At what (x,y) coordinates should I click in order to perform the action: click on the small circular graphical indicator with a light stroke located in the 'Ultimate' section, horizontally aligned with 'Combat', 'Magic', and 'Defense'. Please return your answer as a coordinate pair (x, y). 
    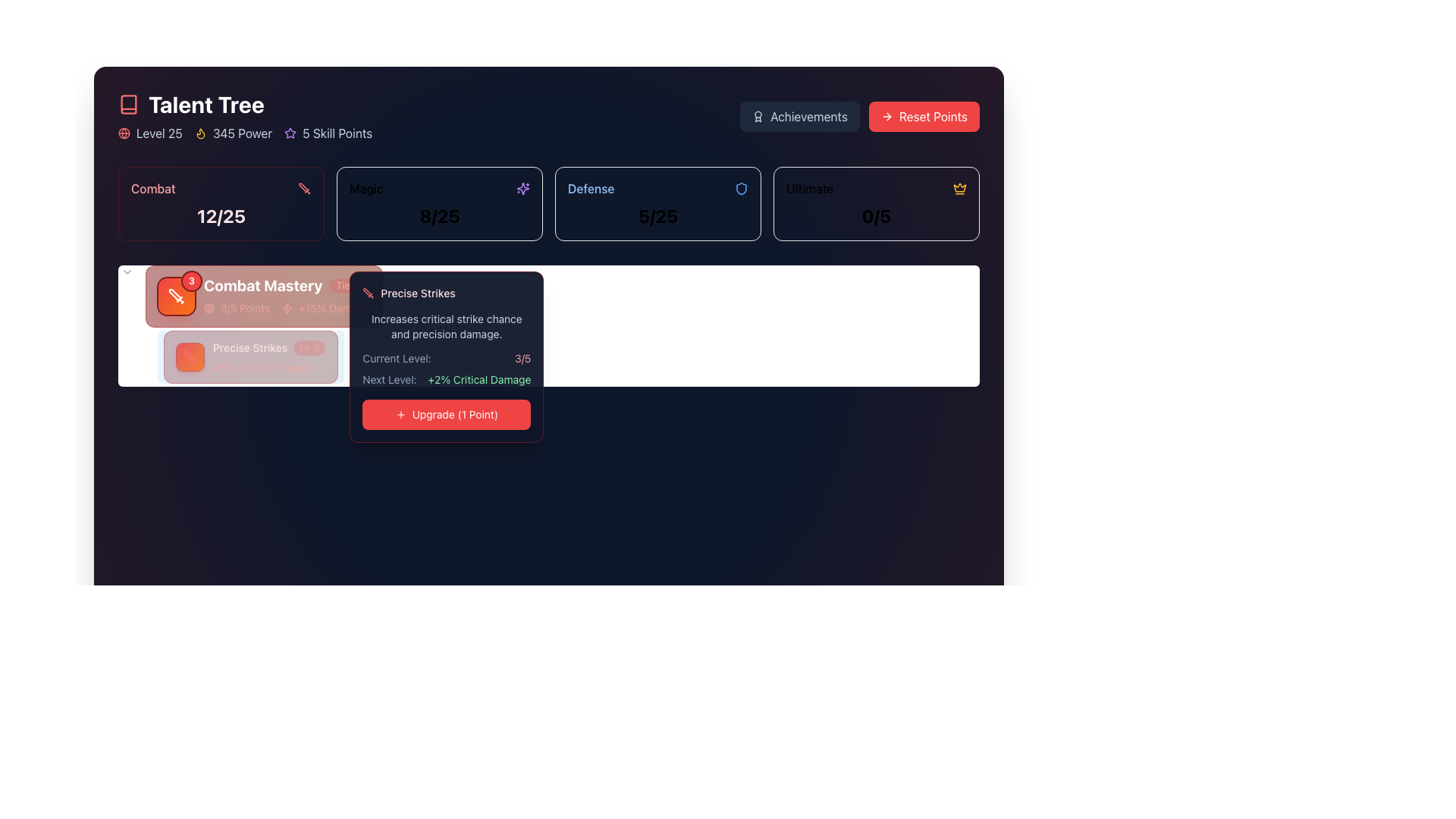
    Looking at the image, I should click on (913, 242).